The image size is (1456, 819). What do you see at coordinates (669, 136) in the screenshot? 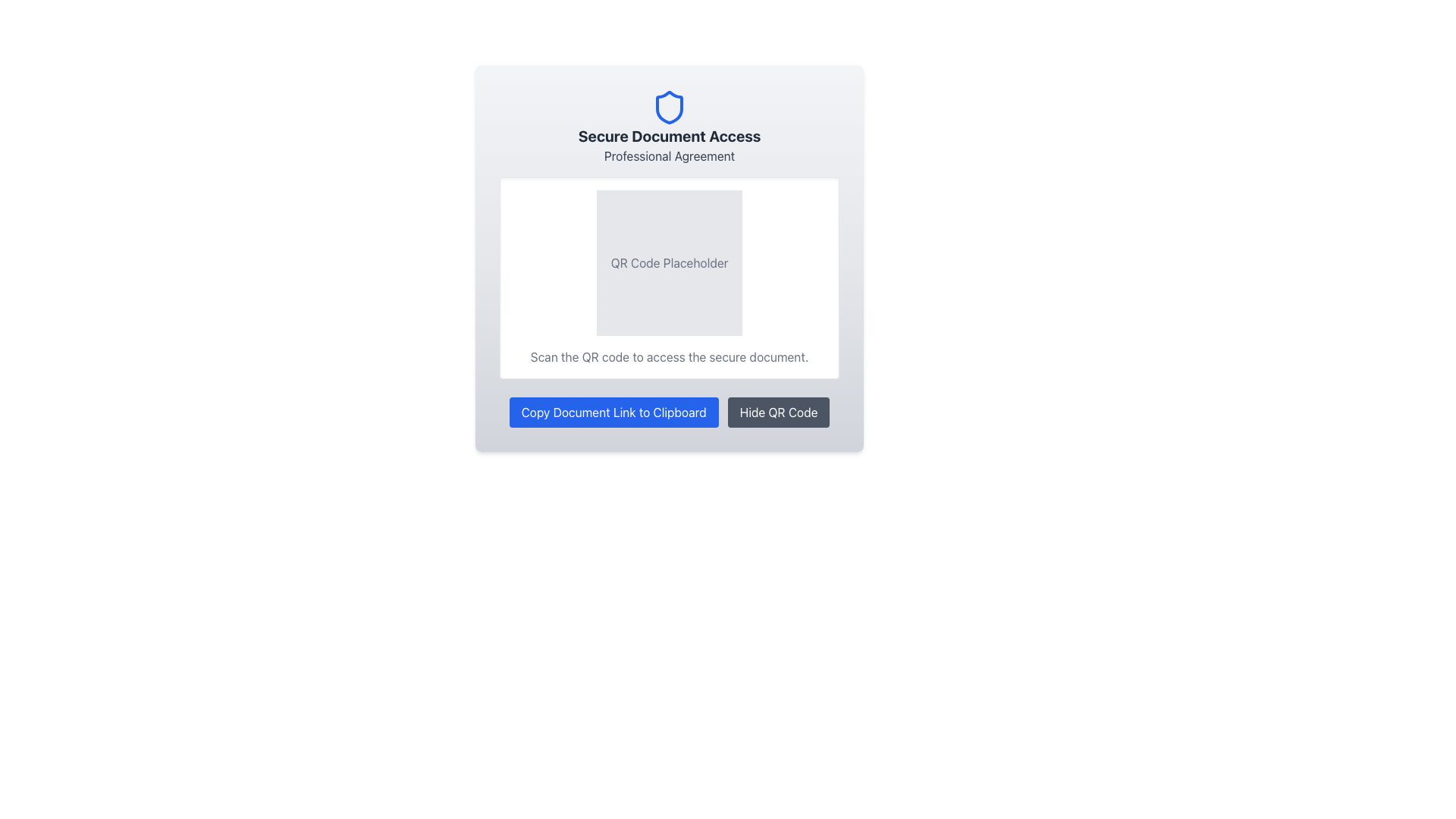
I see `text heading labeled 'Secure Document Access', which is a bold, extra-large text element located at the top of the central UI area` at bounding box center [669, 136].